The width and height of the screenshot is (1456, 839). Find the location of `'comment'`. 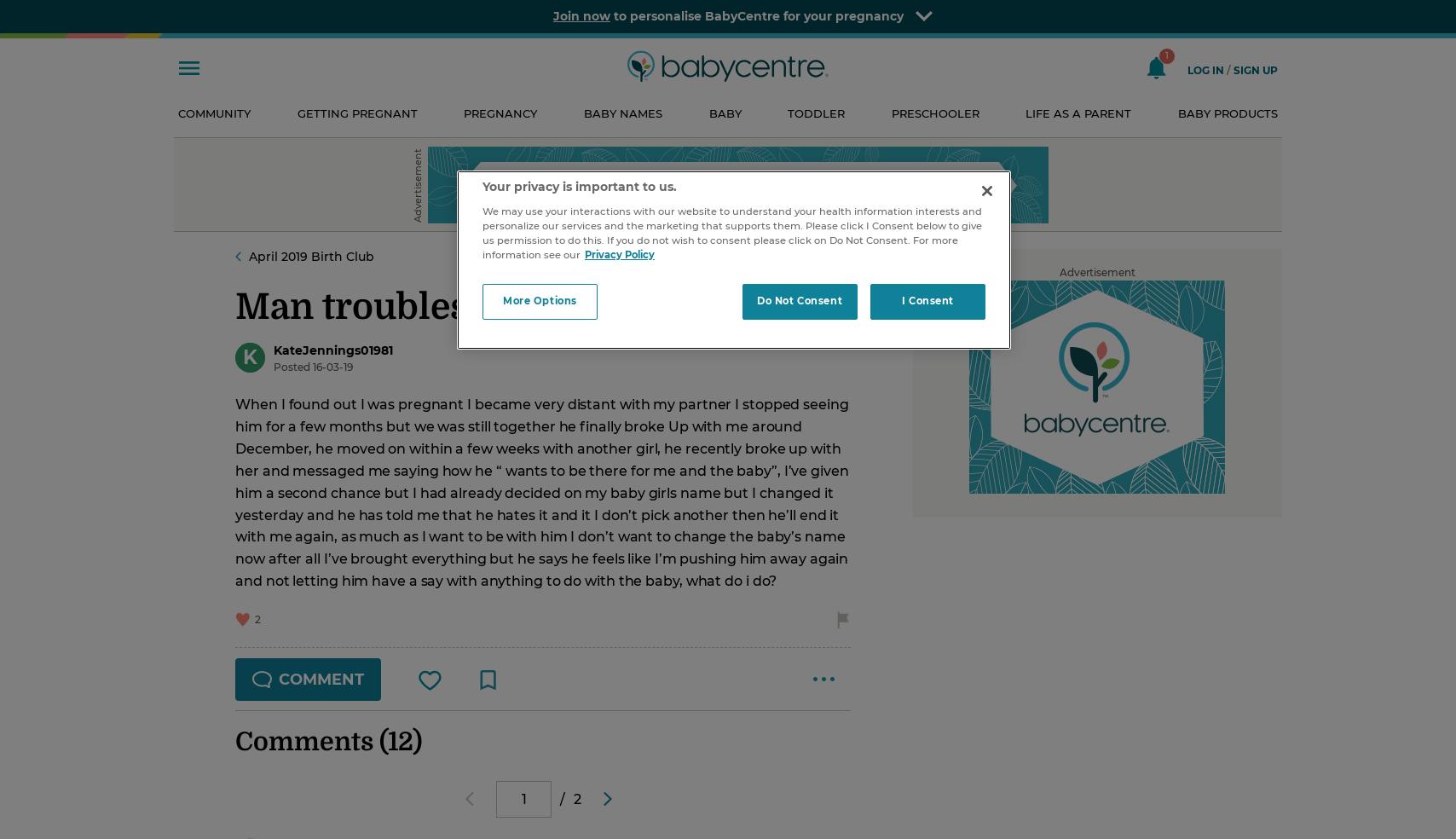

'comment' is located at coordinates (279, 677).